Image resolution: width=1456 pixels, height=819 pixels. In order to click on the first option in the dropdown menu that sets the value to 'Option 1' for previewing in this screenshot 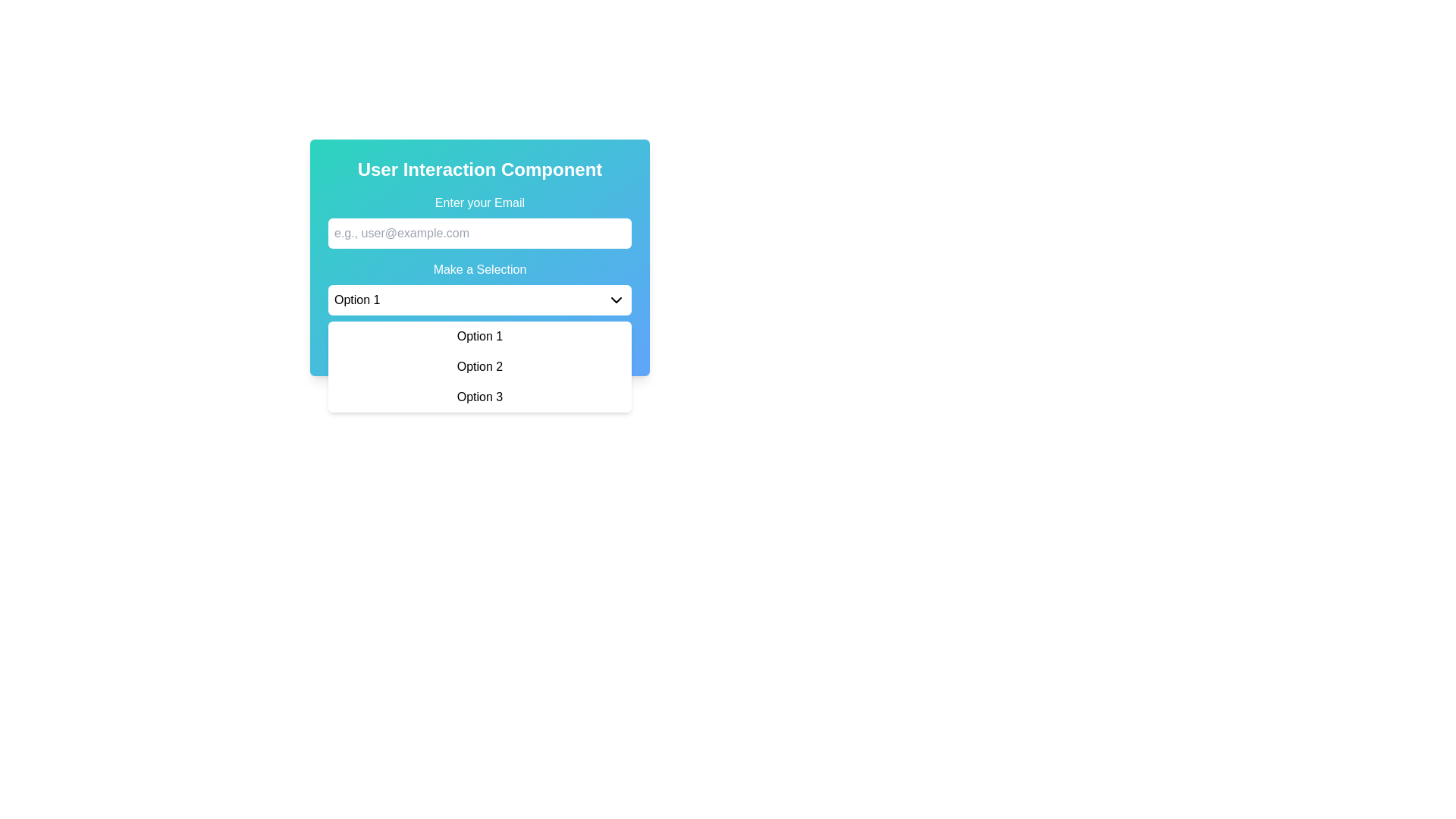, I will do `click(479, 335)`.